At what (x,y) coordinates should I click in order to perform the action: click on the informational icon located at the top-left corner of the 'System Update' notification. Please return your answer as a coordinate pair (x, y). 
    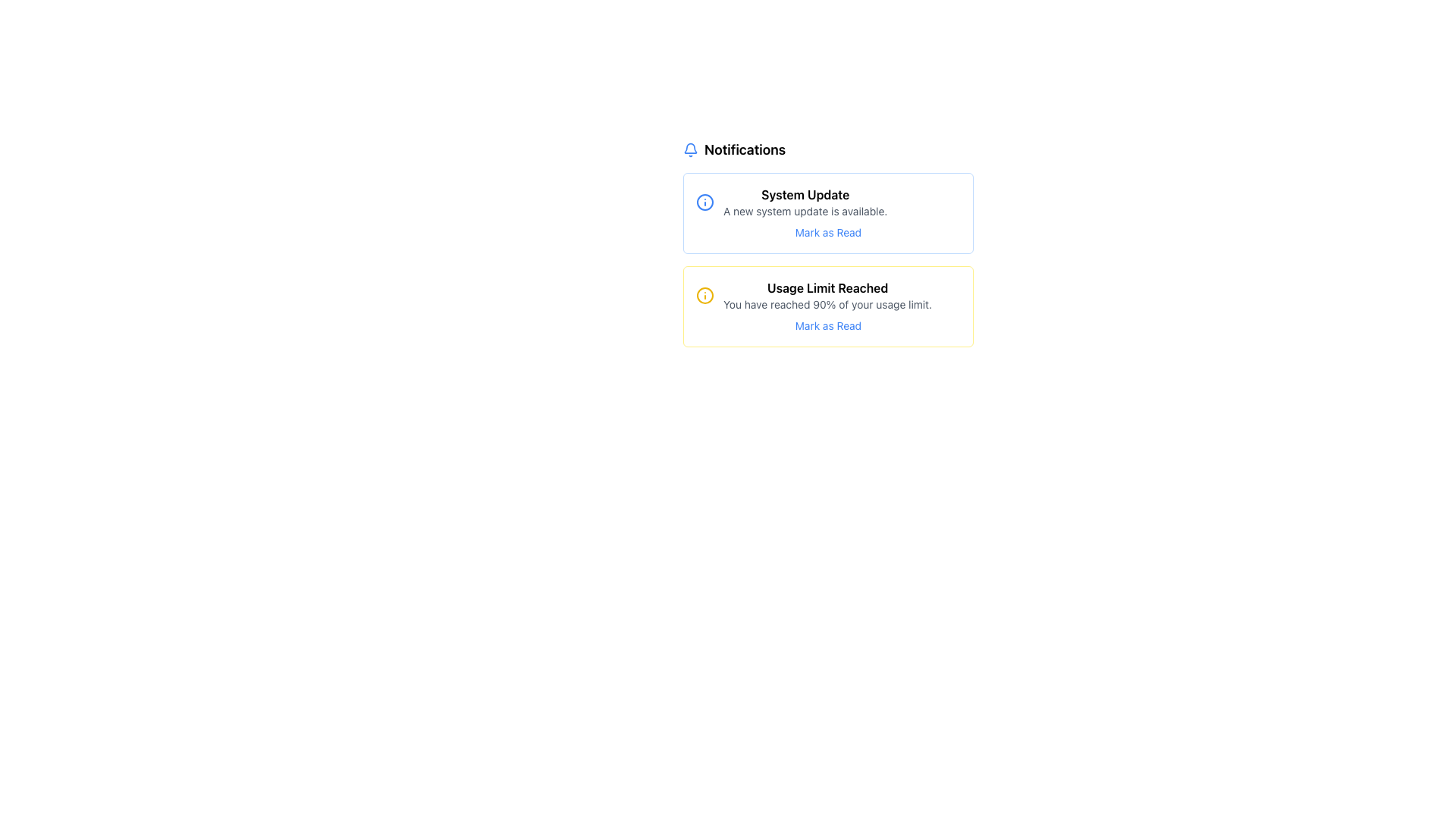
    Looking at the image, I should click on (704, 201).